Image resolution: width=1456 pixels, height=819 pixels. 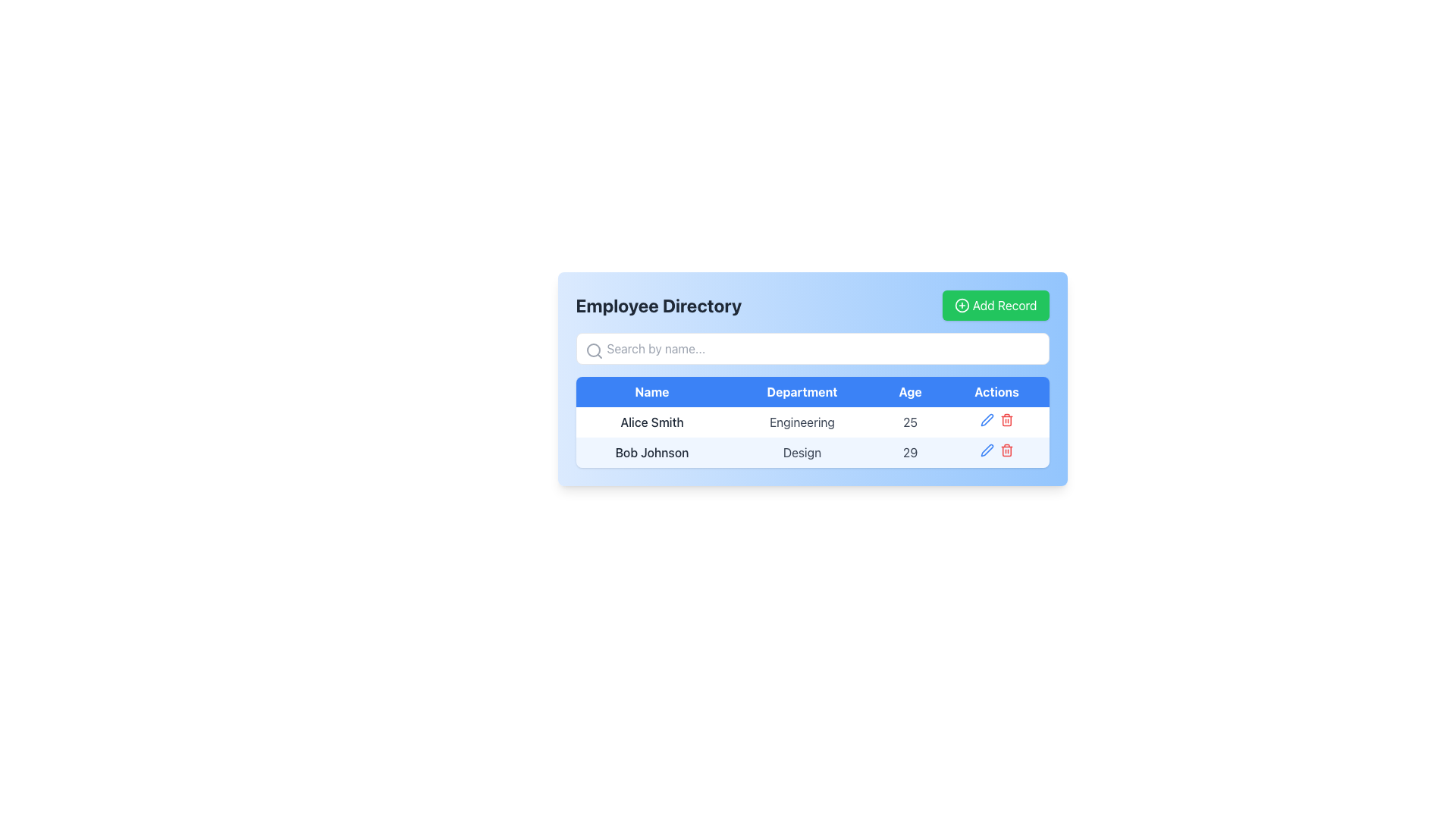 I want to click on the text label displaying the number '25' under the 'Age' header for the employee 'Alice Smith' in the table, so click(x=910, y=422).